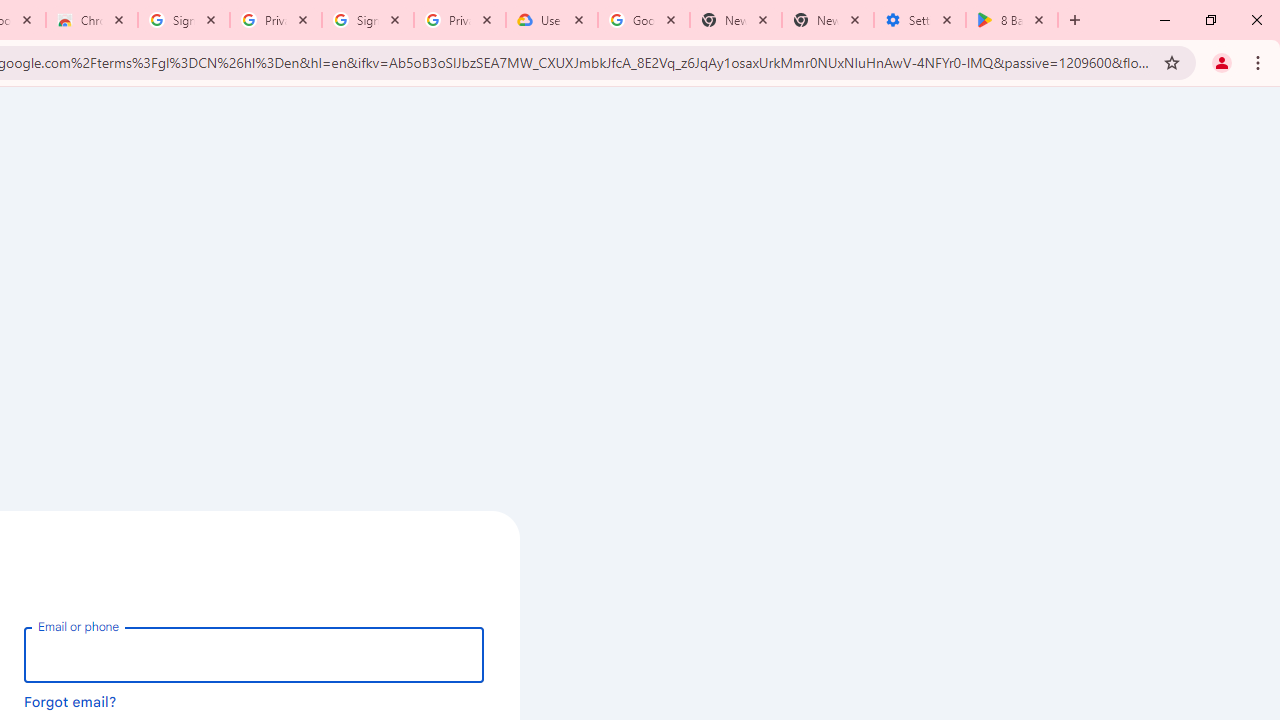 Image resolution: width=1280 pixels, height=720 pixels. Describe the element at coordinates (91, 20) in the screenshot. I see `'Chrome Web Store - Color themes by Chrome'` at that location.